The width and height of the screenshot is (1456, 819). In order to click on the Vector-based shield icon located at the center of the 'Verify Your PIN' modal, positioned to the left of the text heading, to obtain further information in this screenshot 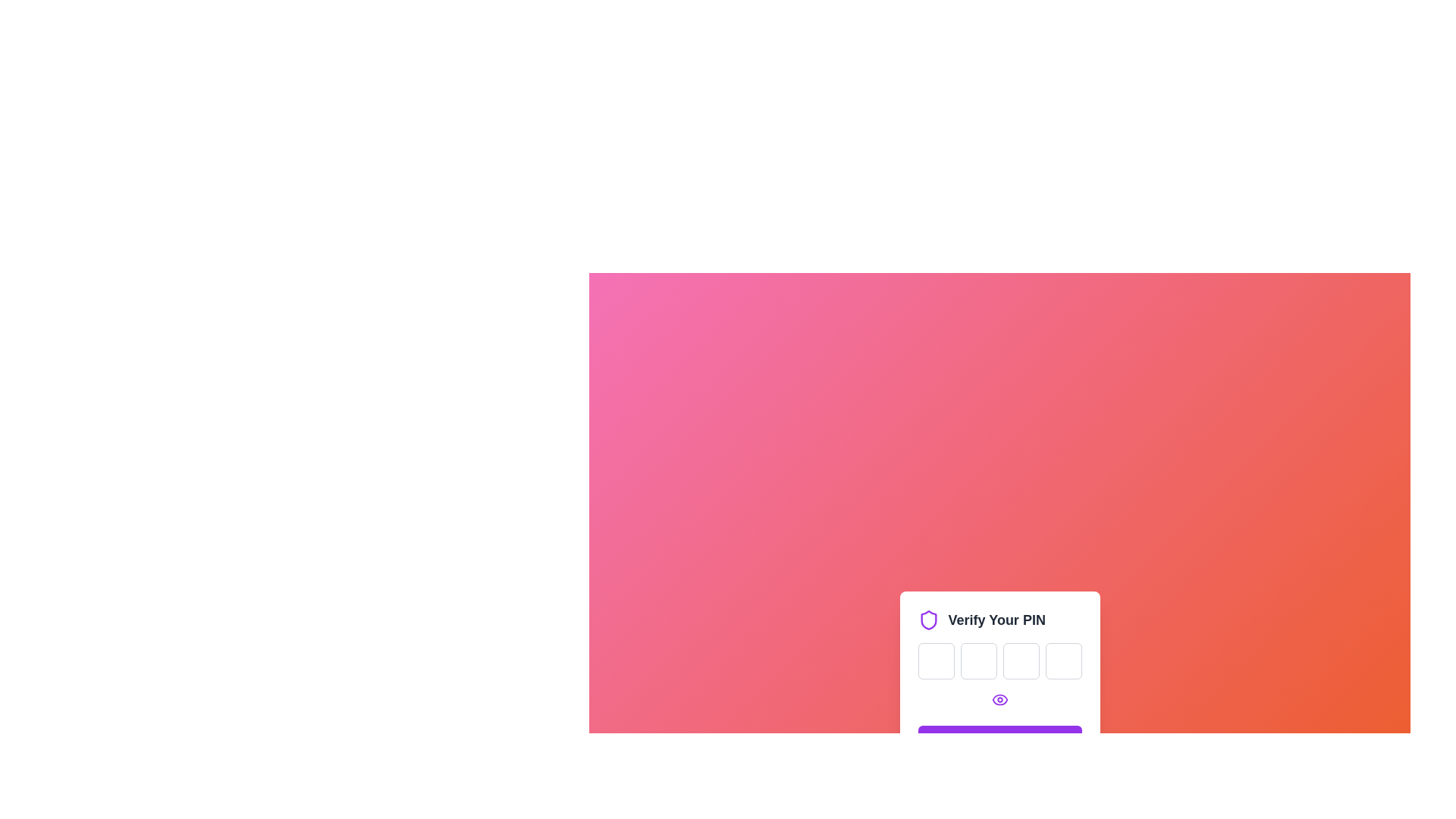, I will do `click(927, 620)`.